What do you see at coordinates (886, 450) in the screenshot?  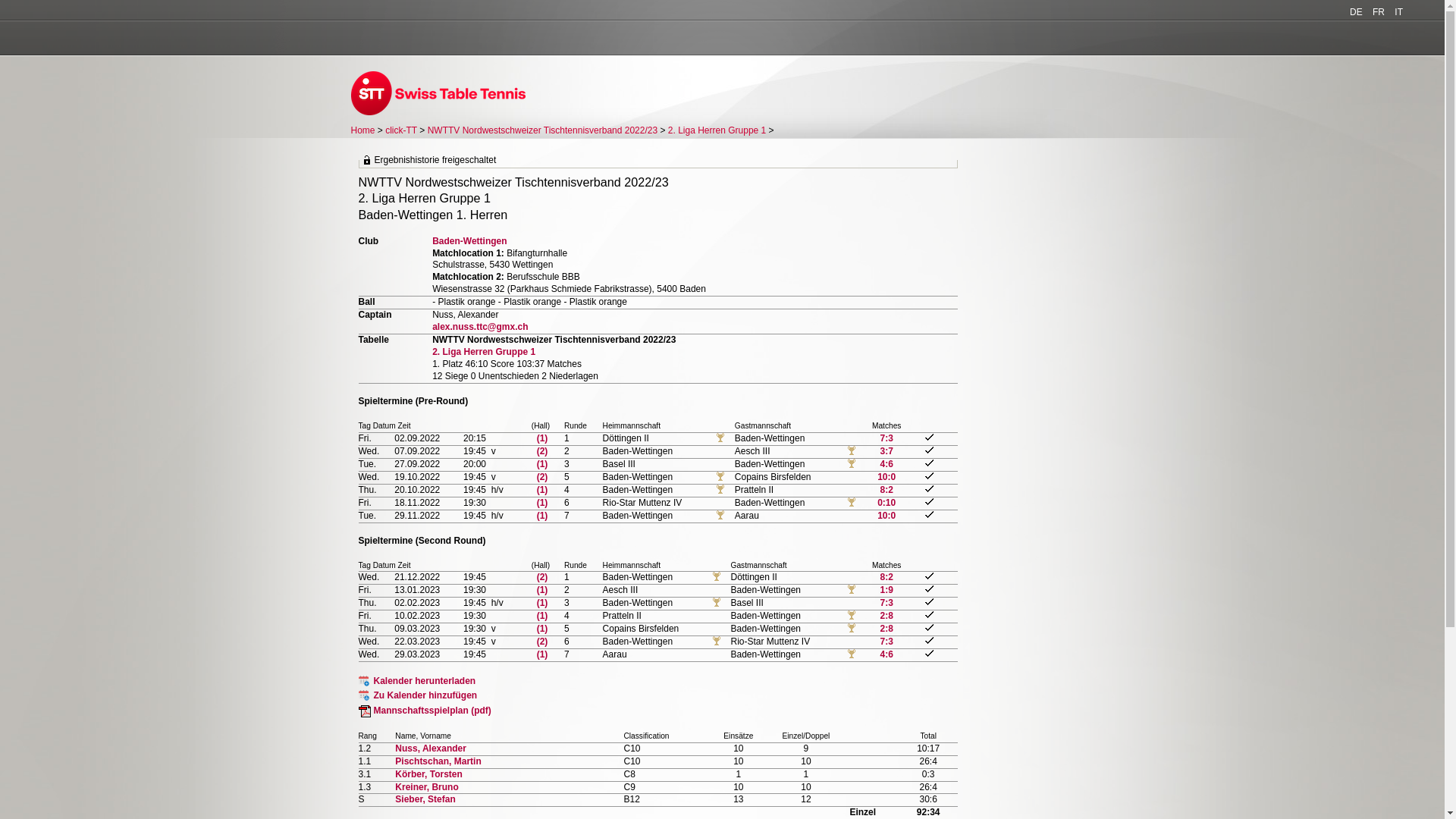 I see `'3:7'` at bounding box center [886, 450].